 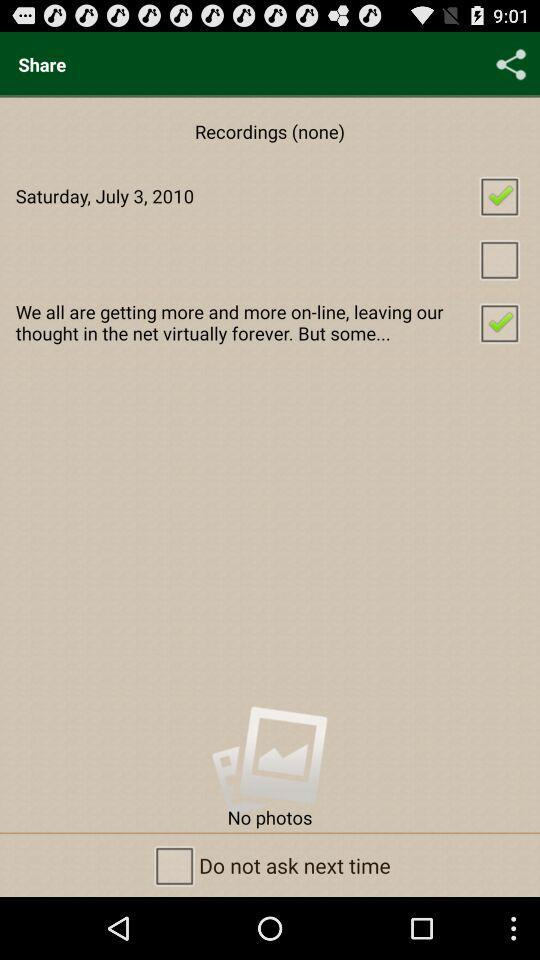 I want to click on saturday july 3 checkbox, so click(x=270, y=195).